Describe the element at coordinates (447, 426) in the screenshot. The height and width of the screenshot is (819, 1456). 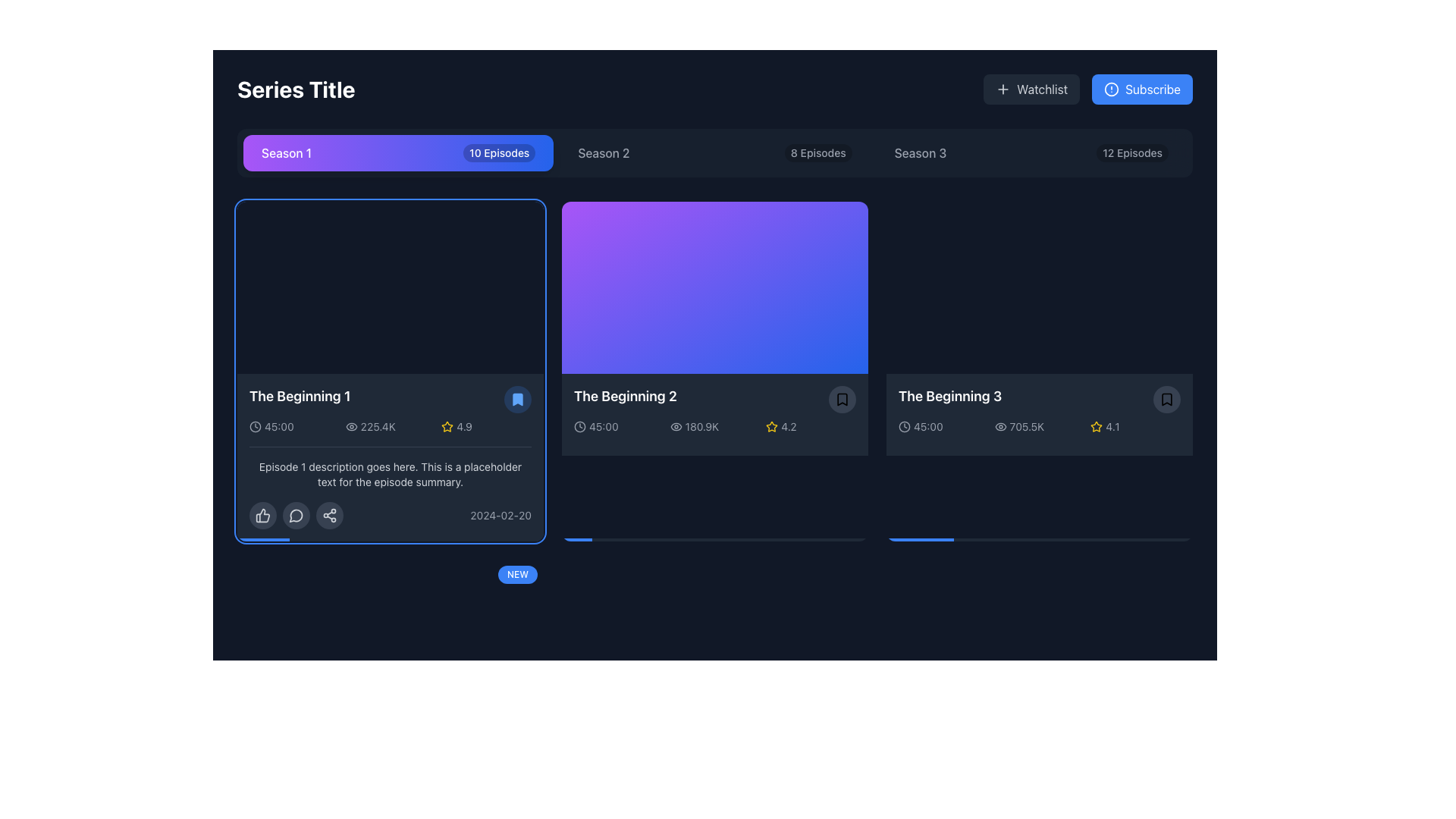
I see `the star icon with a yellow outline and dark interior located next to the rating score for 'The Beginning 1'` at that location.